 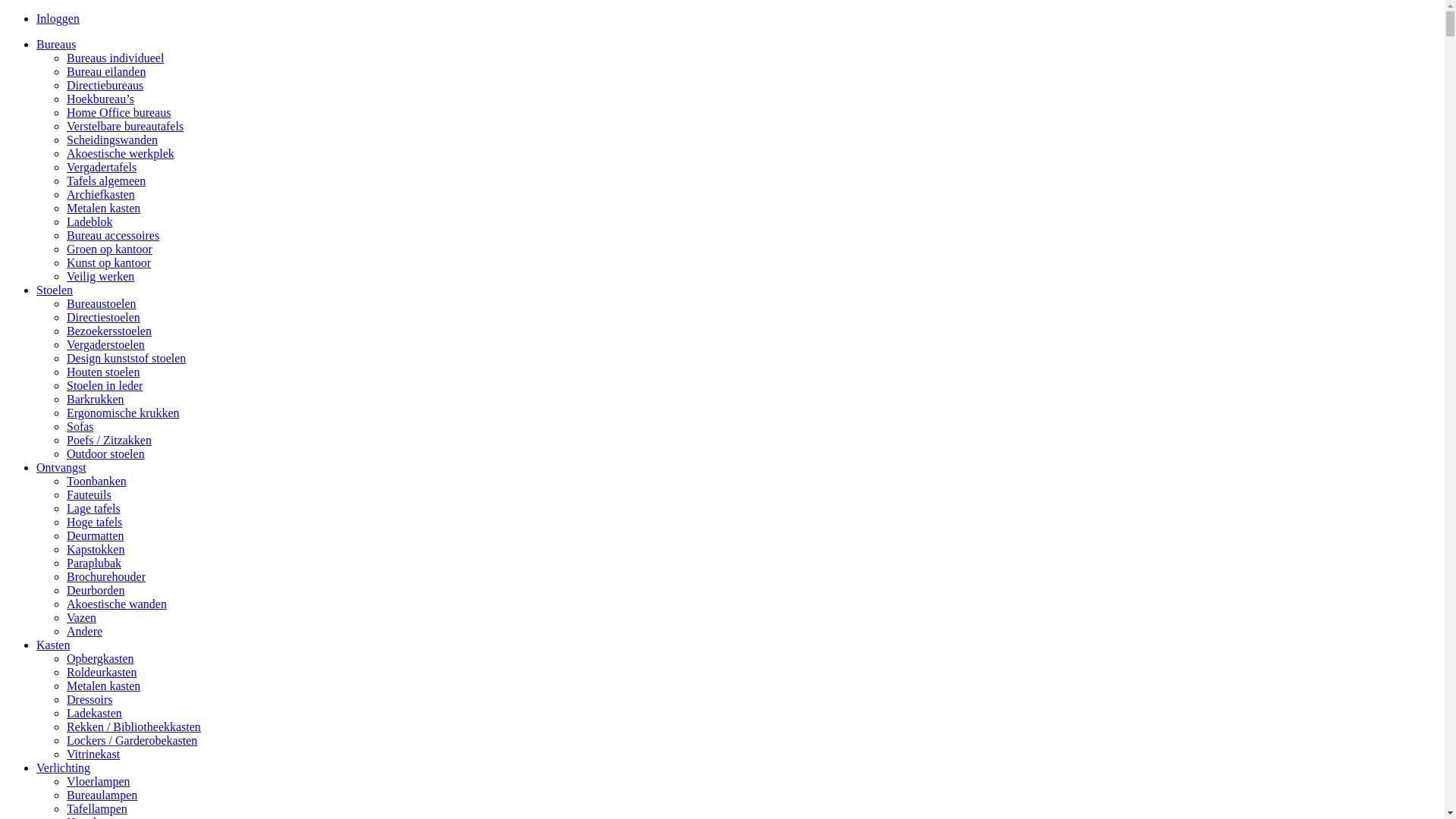 What do you see at coordinates (89, 699) in the screenshot?
I see `'Dressoirs'` at bounding box center [89, 699].